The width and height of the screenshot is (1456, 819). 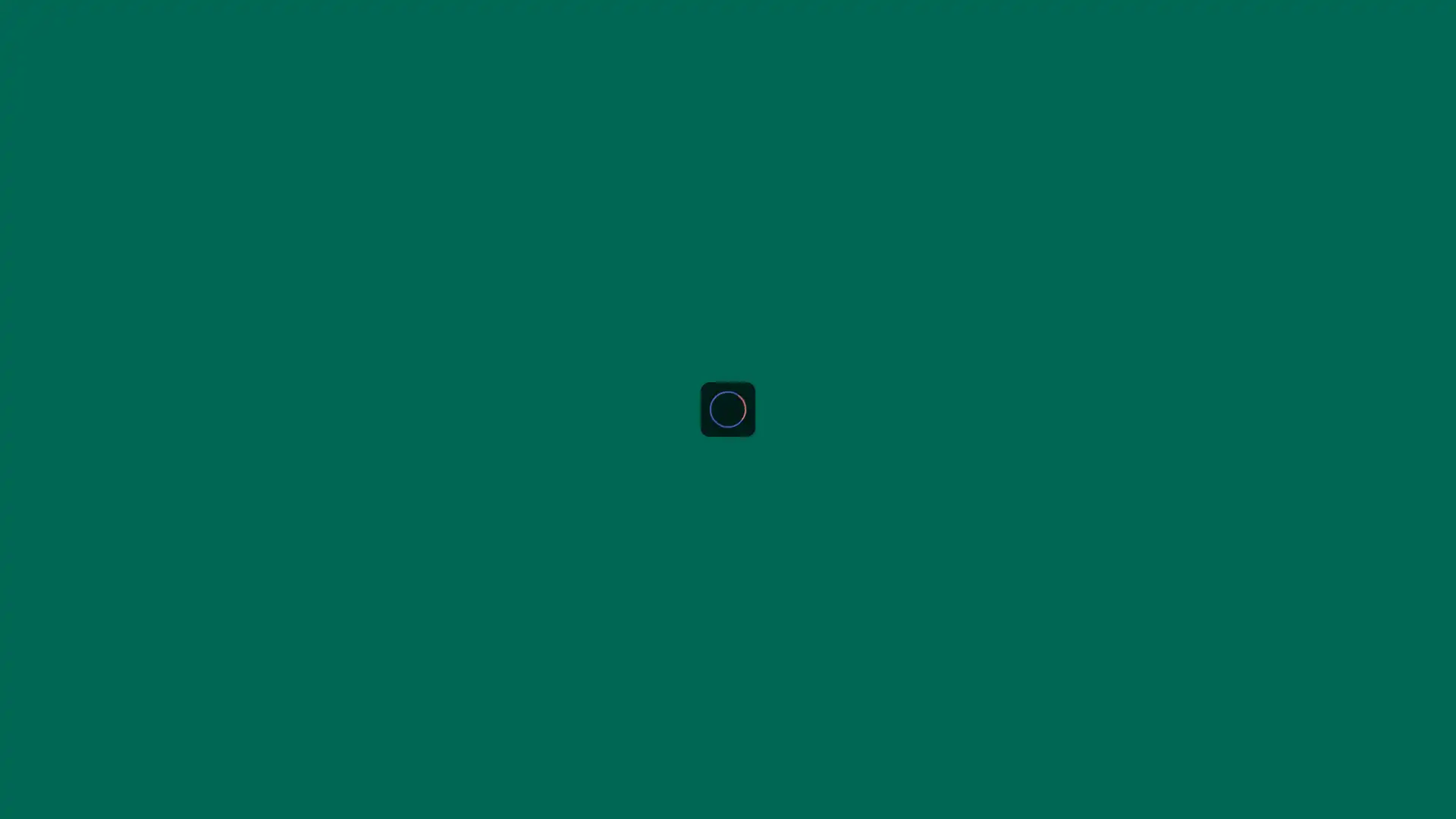 I want to click on Continue, so click(x=728, y=643).